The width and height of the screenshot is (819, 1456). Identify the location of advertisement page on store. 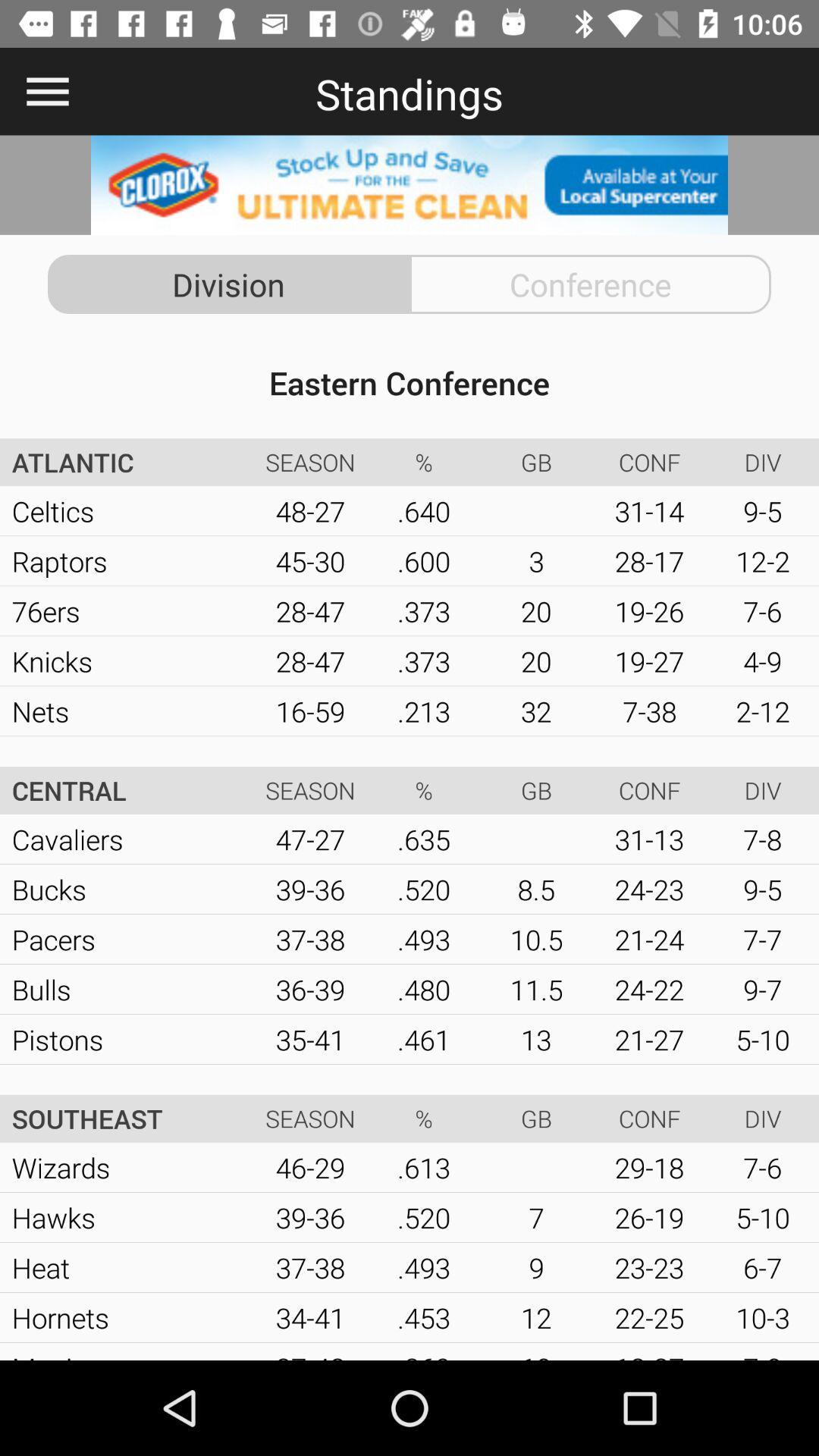
(409, 184).